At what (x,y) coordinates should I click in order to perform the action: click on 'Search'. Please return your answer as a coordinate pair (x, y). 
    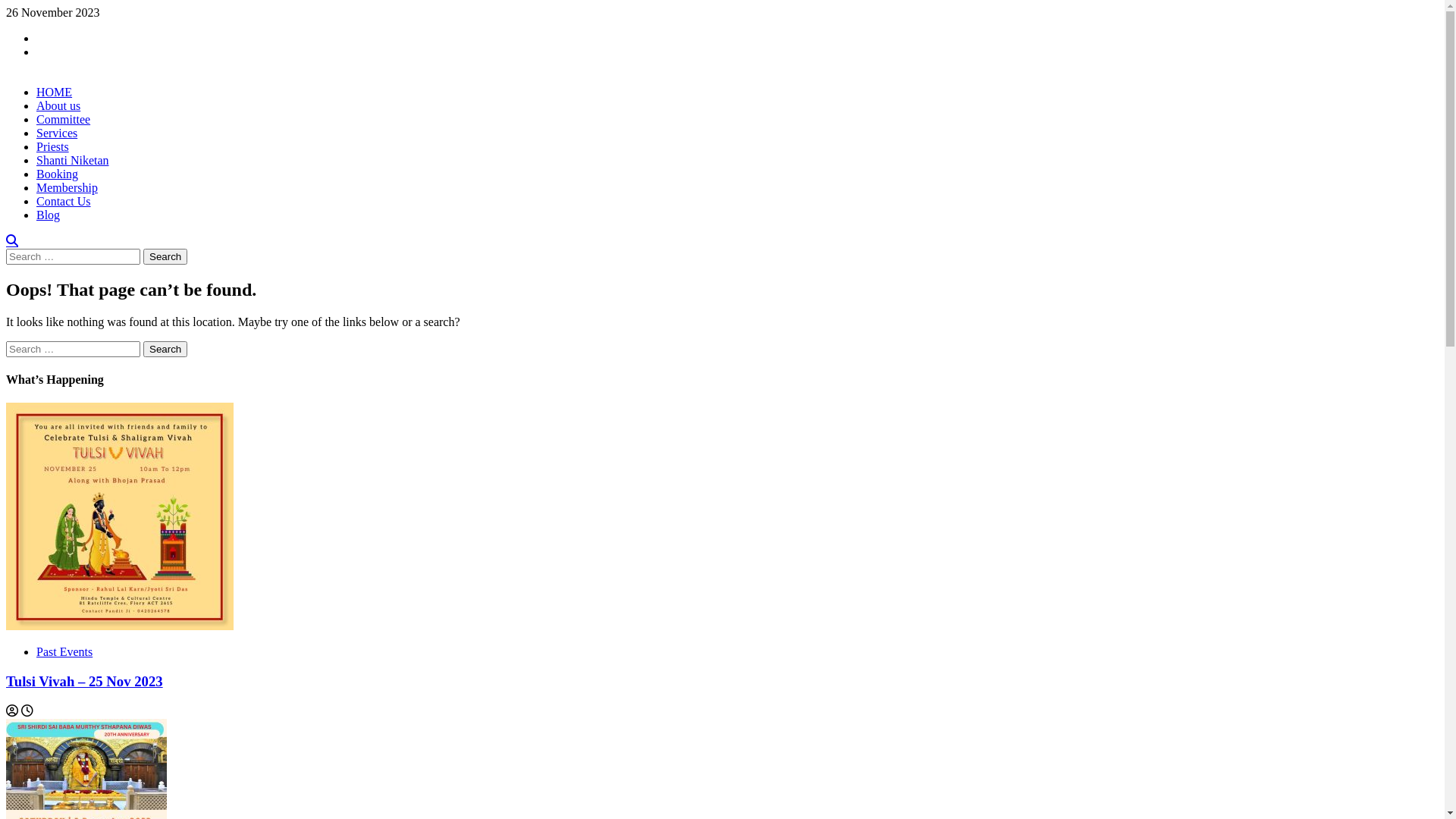
    Looking at the image, I should click on (165, 256).